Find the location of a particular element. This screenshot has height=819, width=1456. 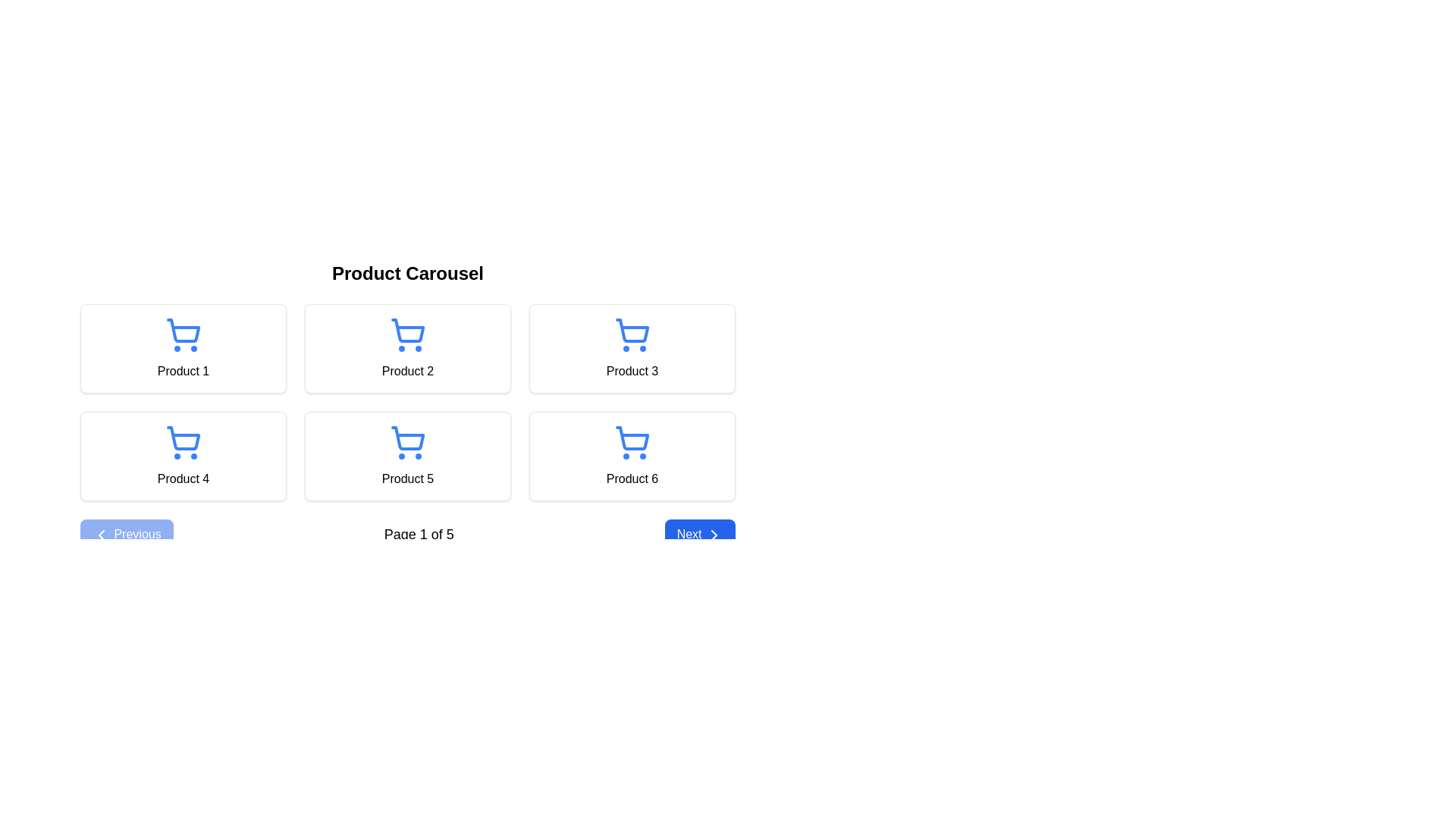

the hollow blue shopping cart icon located in the second box of a three-column grid labeled 'Product 2' is located at coordinates (407, 334).